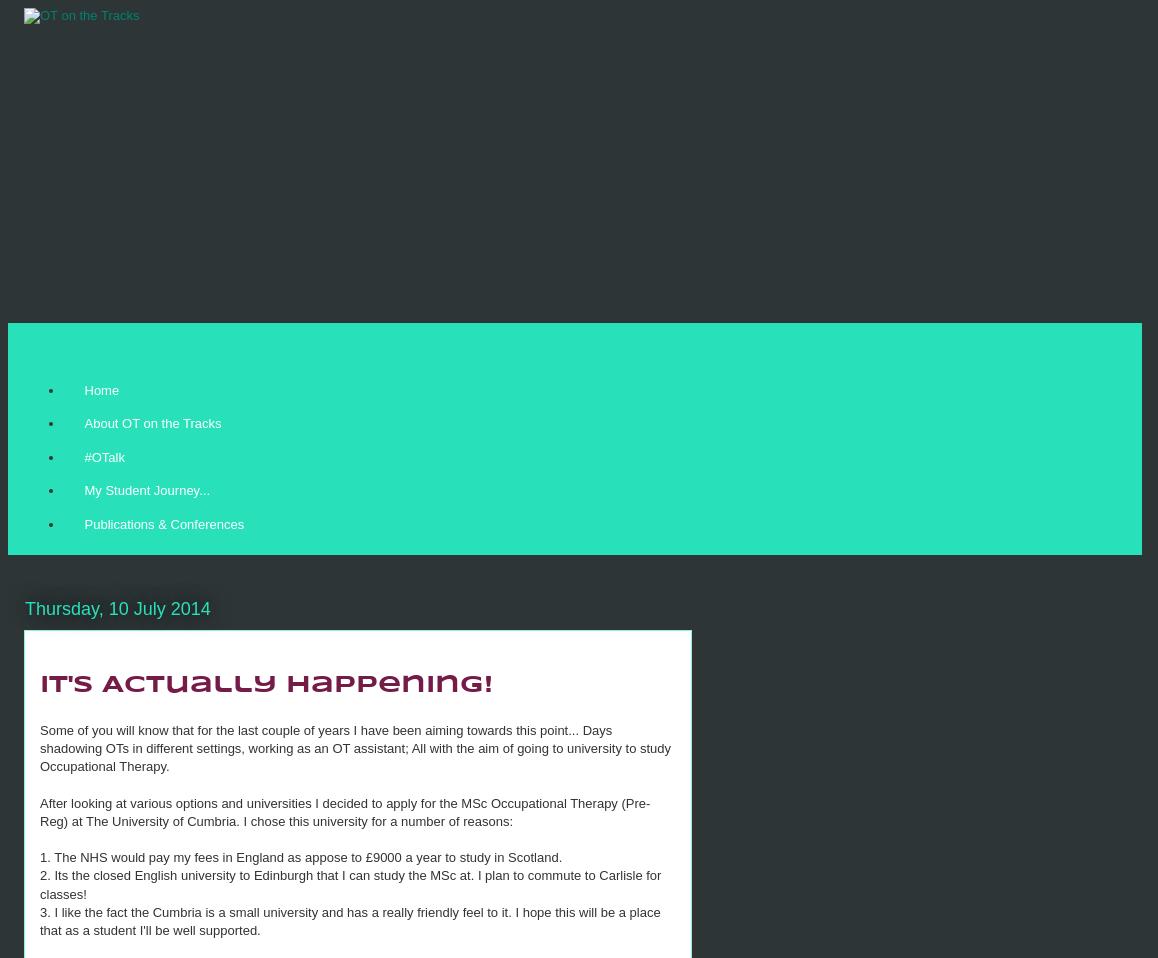 This screenshot has height=958, width=1158. I want to click on 'Thursday, 10 July 2014', so click(116, 608).